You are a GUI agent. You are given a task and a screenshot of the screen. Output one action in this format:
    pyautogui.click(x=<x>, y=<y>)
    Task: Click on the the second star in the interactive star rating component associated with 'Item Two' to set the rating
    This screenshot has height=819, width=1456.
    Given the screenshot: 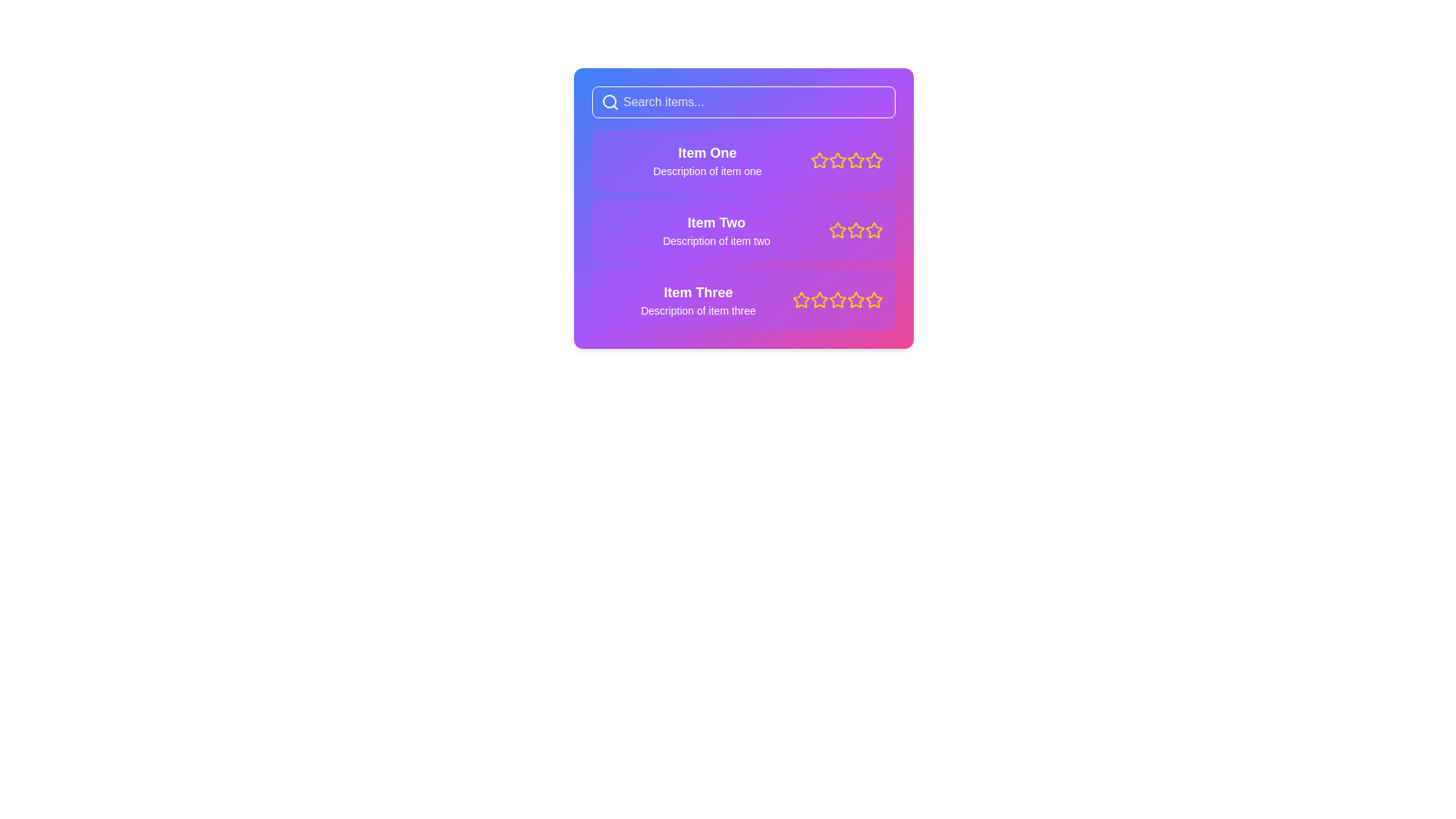 What is the action you would take?
    pyautogui.click(x=836, y=231)
    